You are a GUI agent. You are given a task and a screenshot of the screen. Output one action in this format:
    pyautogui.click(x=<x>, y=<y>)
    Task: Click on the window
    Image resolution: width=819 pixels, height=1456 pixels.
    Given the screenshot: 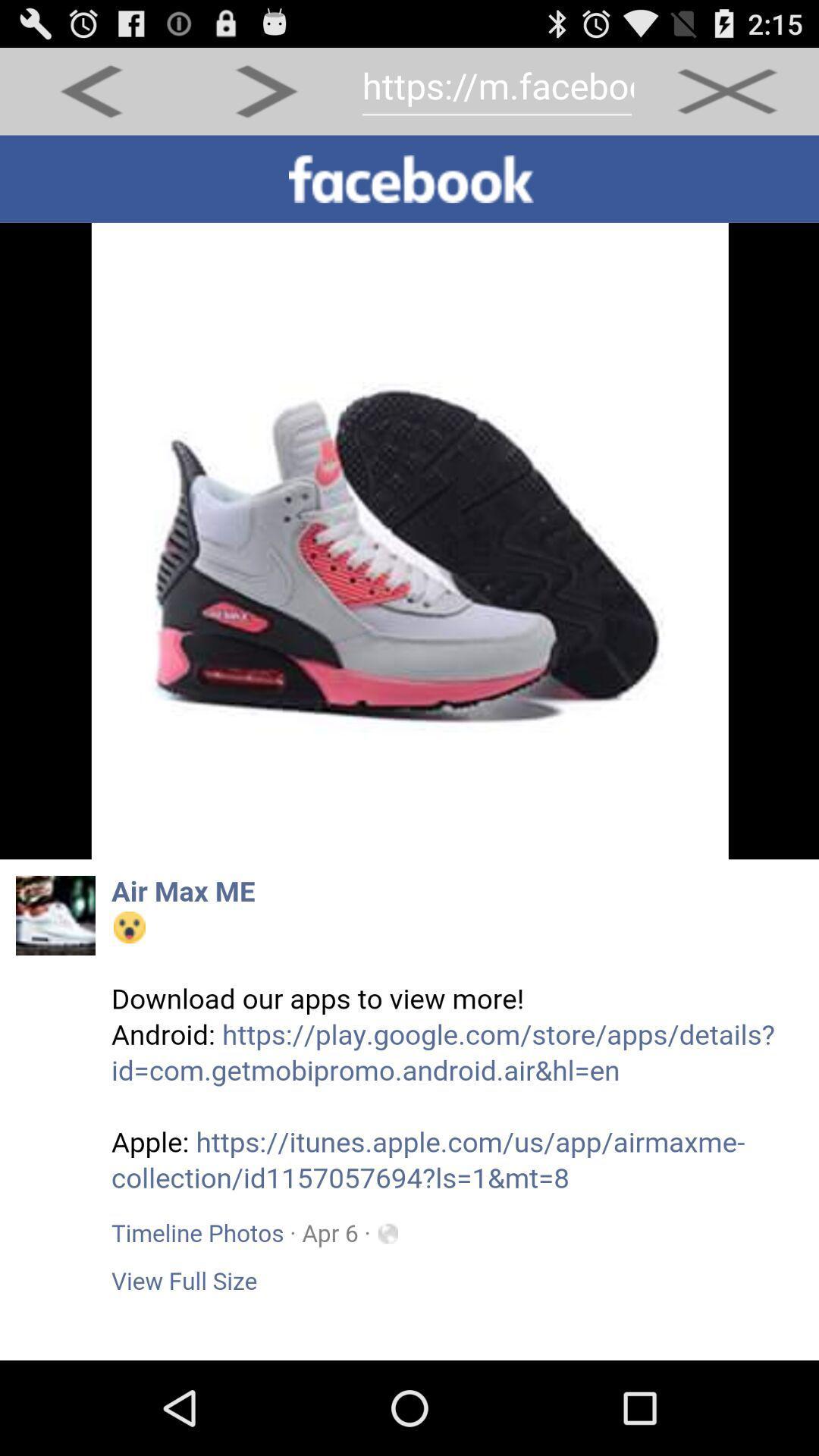 What is the action you would take?
    pyautogui.click(x=726, y=90)
    